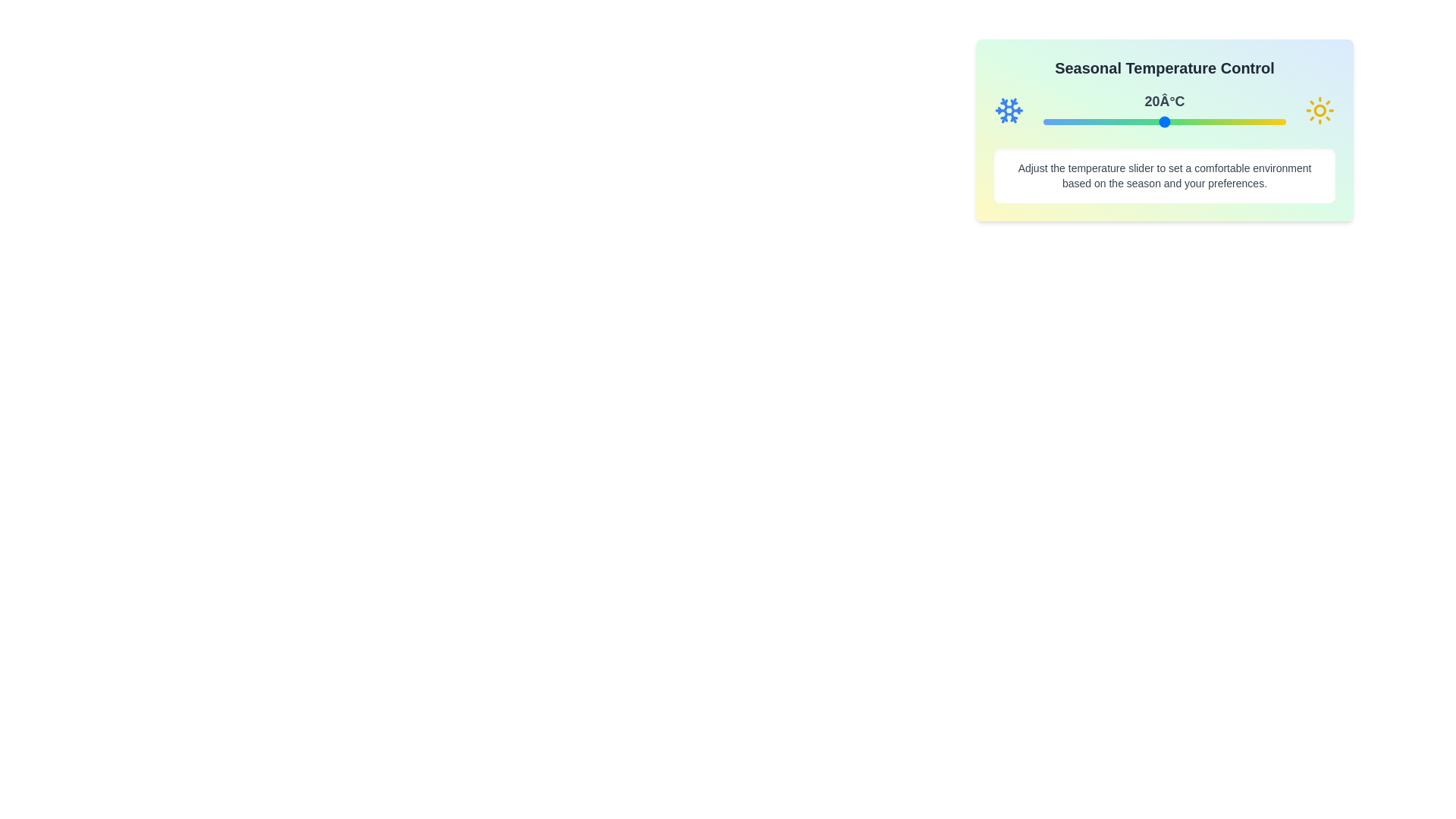 The height and width of the screenshot is (819, 1456). Describe the element at coordinates (1009, 110) in the screenshot. I see `the snowflake icon to interact with it` at that location.